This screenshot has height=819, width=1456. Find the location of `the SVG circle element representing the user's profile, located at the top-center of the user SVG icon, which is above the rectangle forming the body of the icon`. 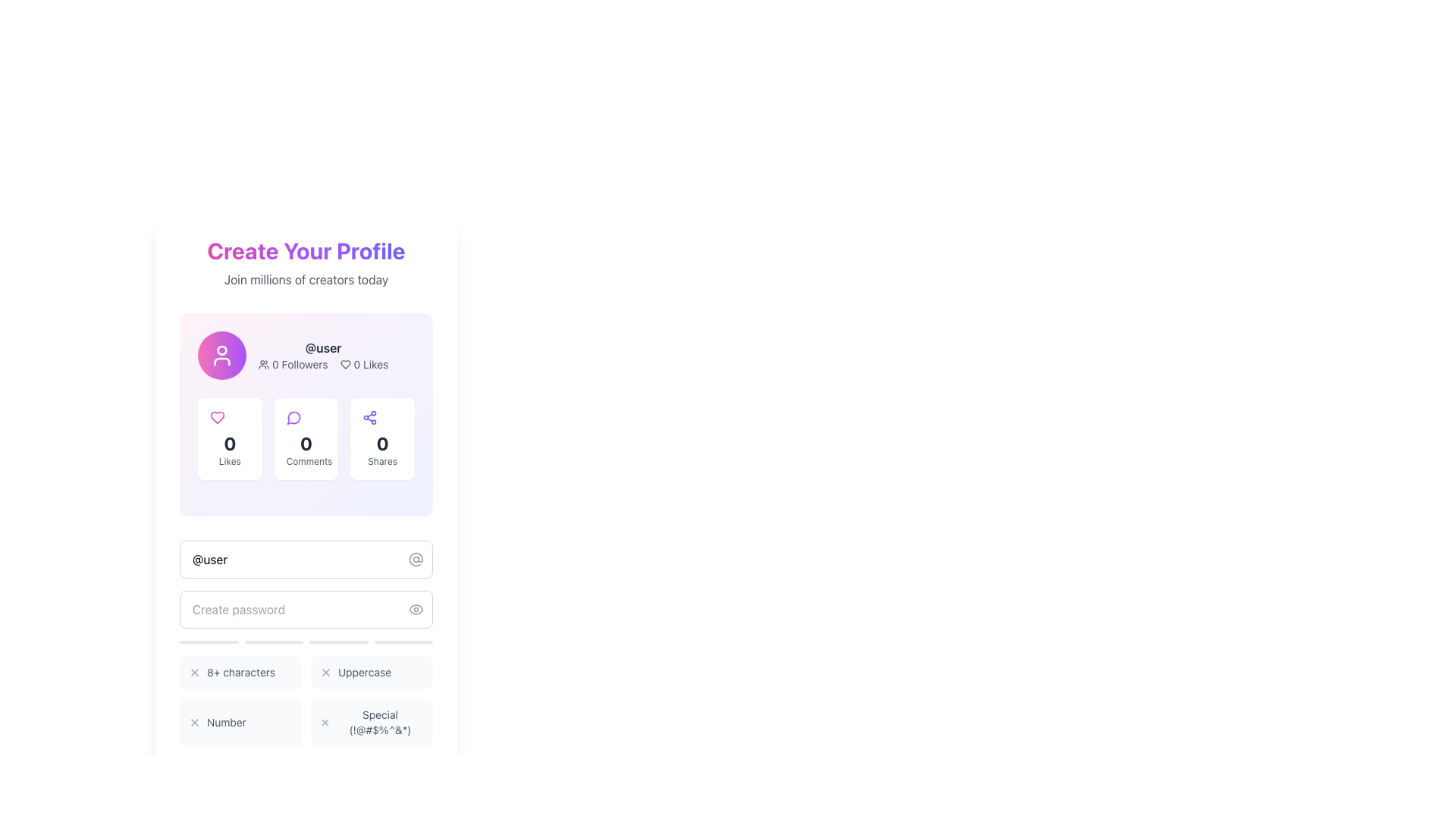

the SVG circle element representing the user's profile, located at the top-center of the user SVG icon, which is above the rectangle forming the body of the icon is located at coordinates (221, 350).